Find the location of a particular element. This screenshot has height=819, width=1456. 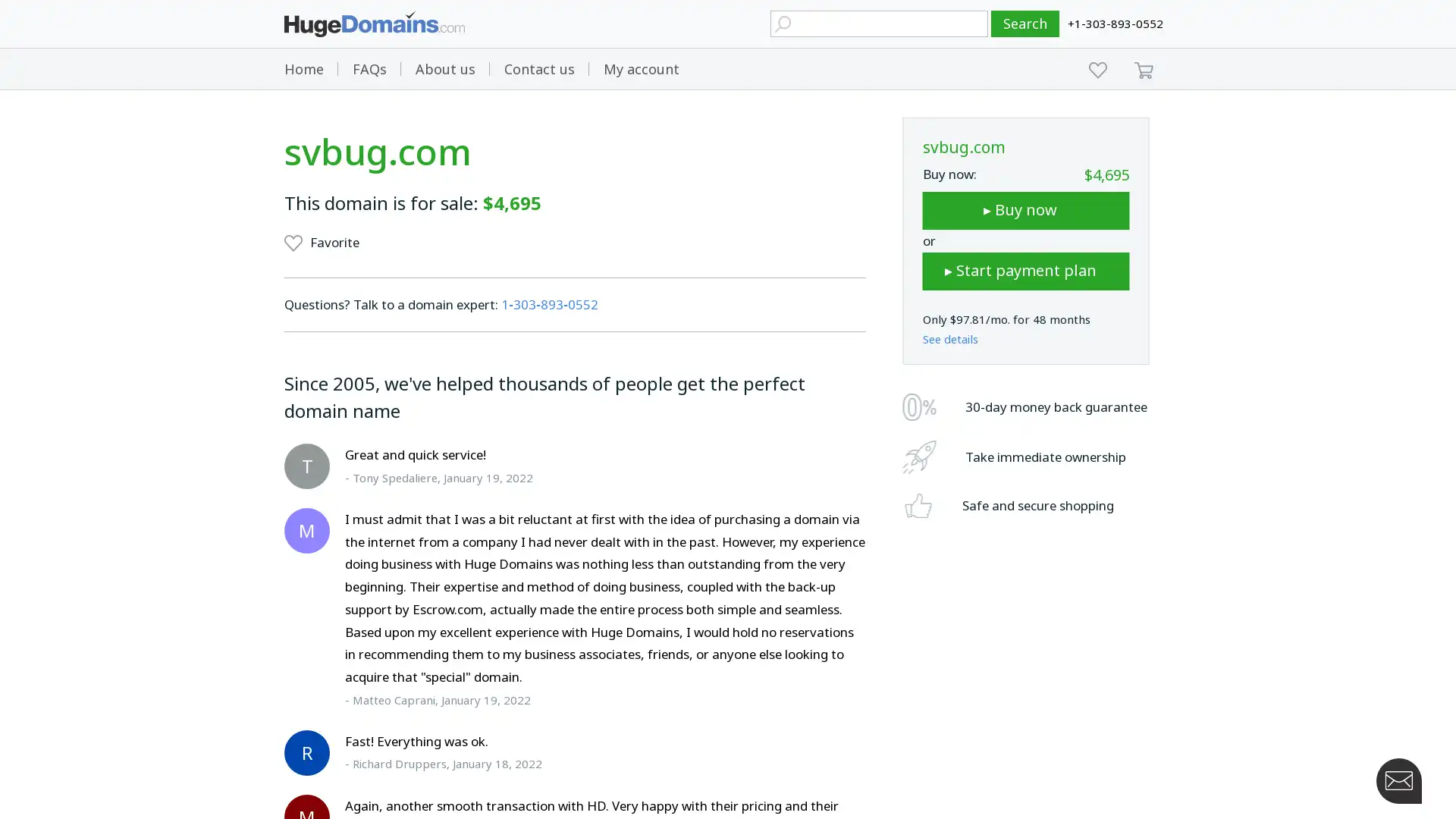

Search is located at coordinates (1025, 24).